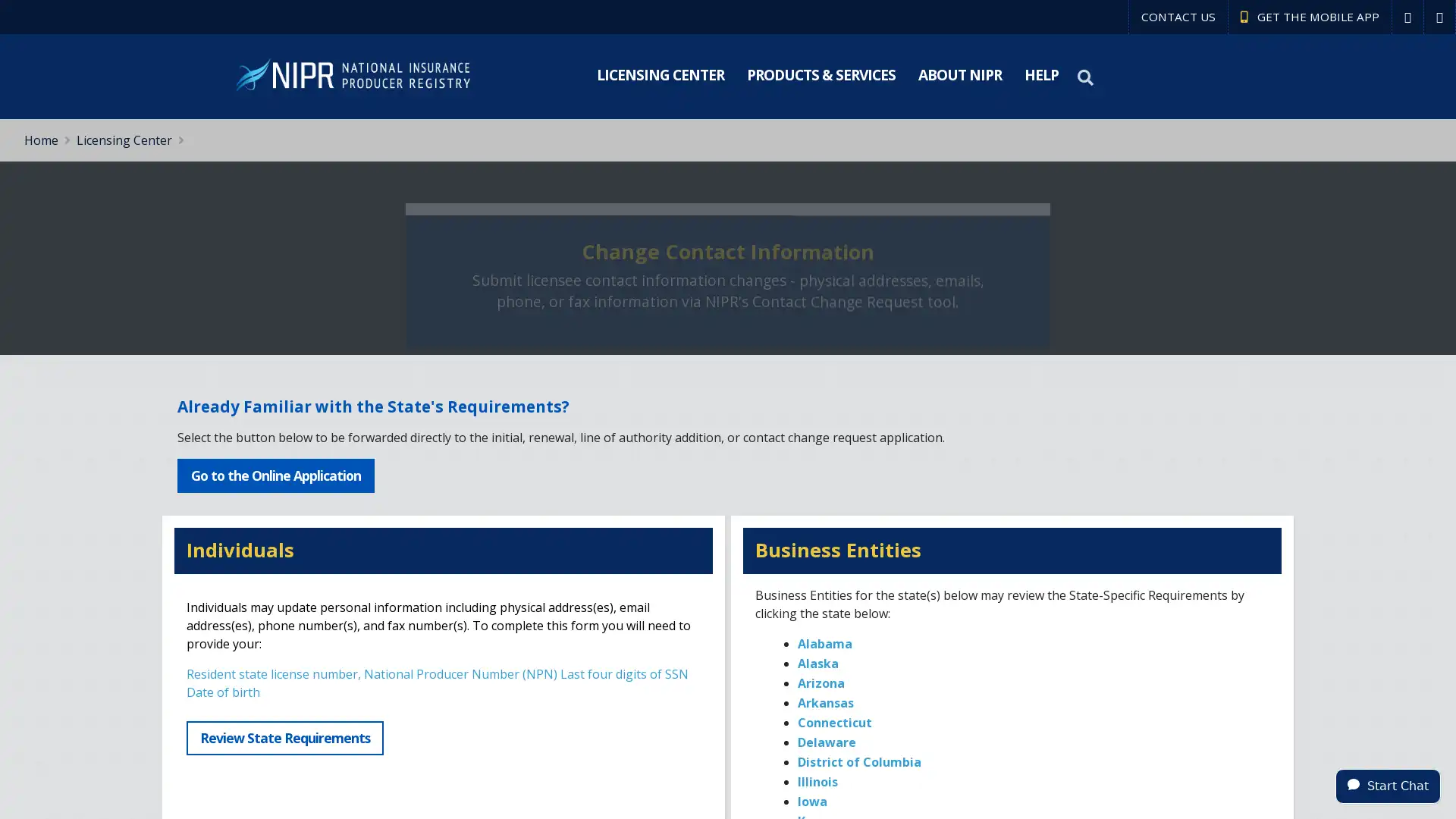 This screenshot has height=819, width=1456. I want to click on Search NIPR, so click(1087, 77).